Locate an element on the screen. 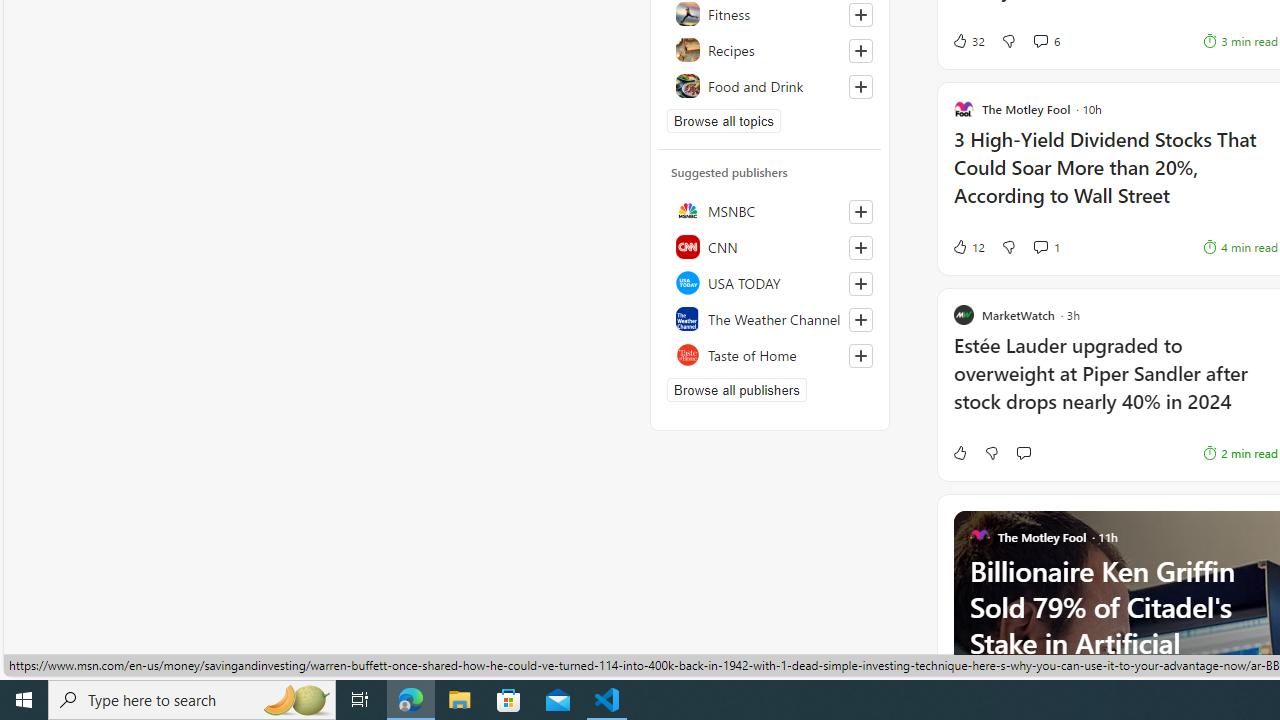  'Follow this source' is located at coordinates (860, 355).